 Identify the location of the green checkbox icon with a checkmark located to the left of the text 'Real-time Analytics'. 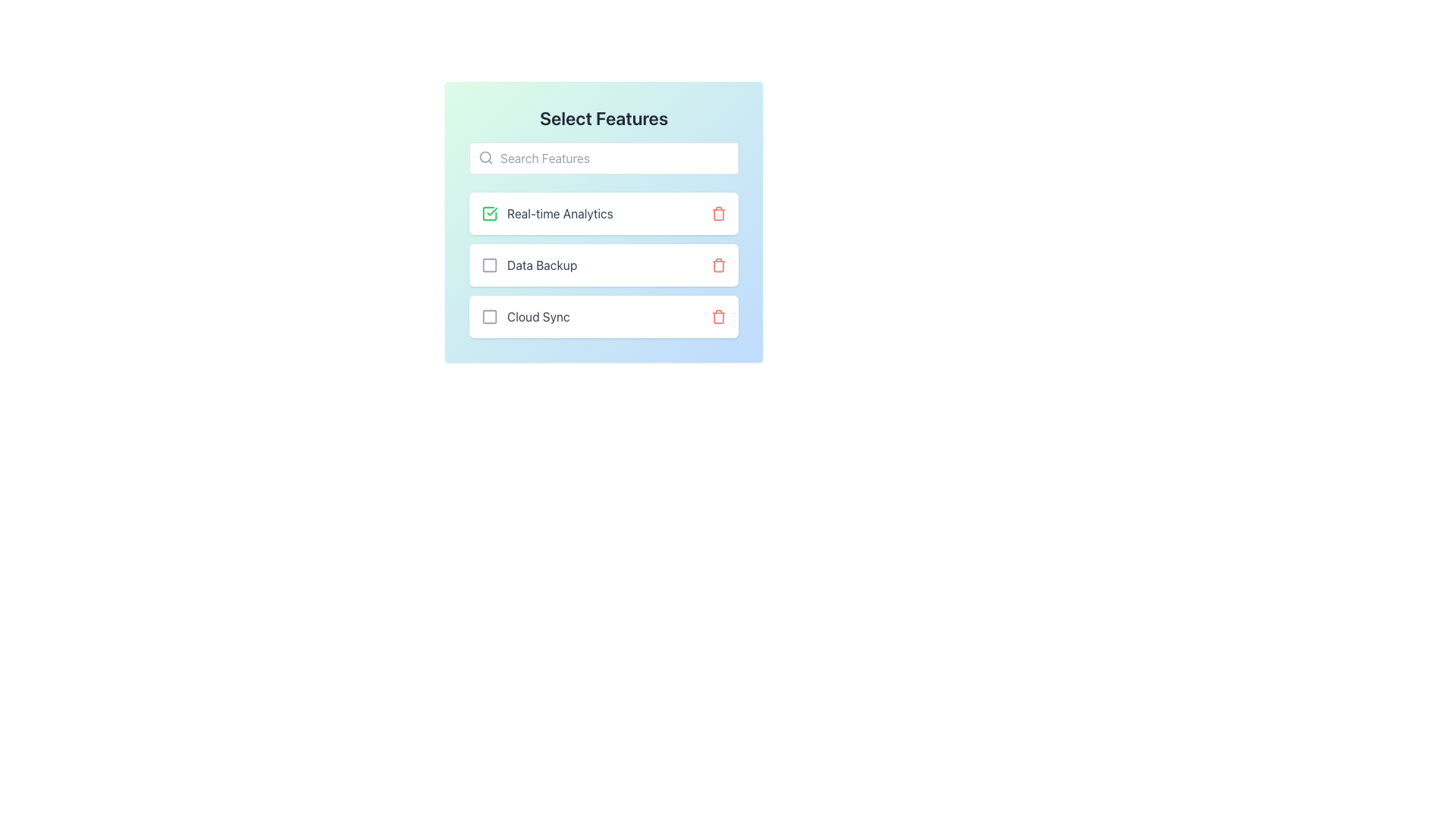
(490, 213).